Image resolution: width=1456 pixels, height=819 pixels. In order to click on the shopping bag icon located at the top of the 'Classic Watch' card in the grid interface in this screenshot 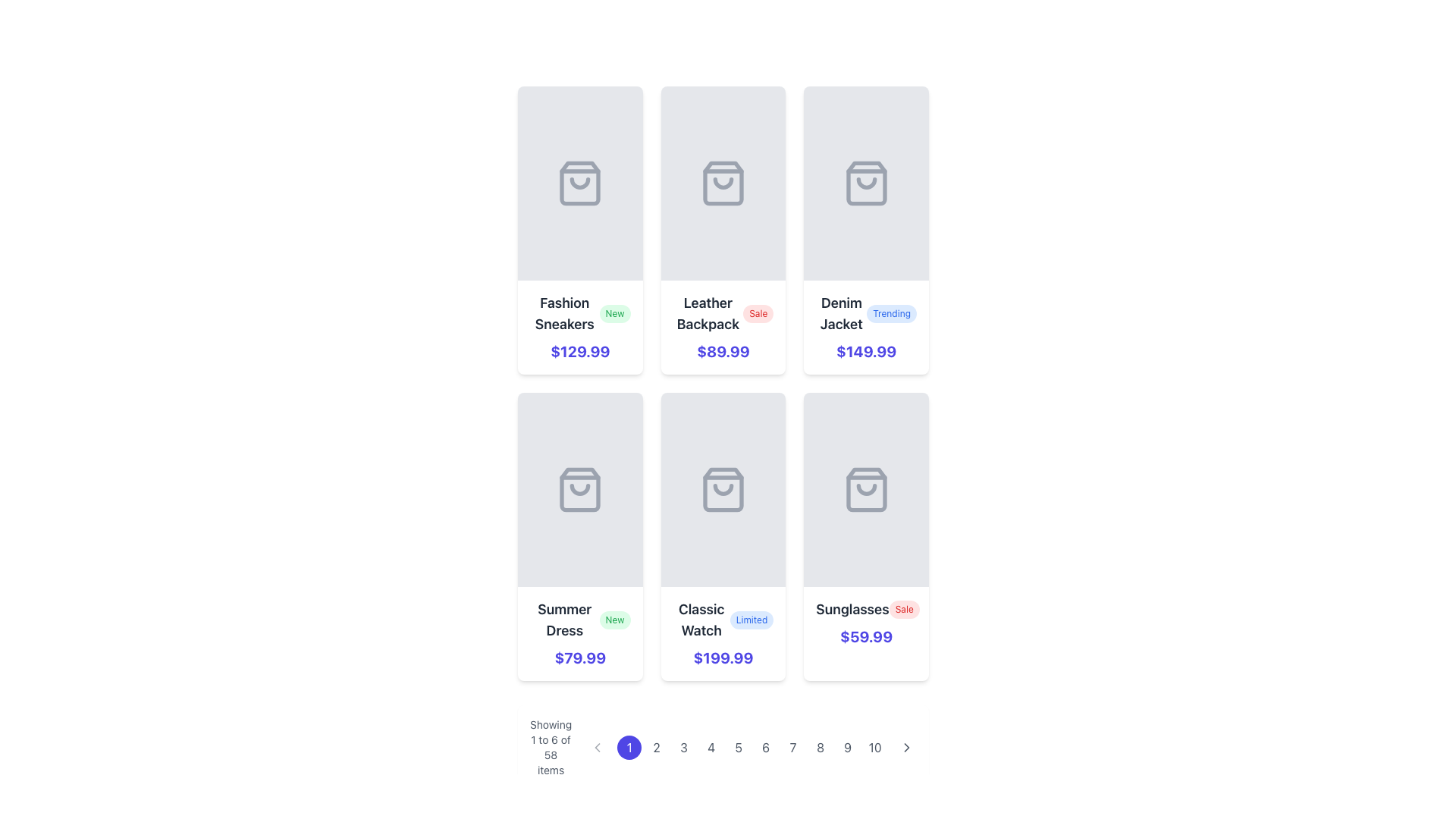, I will do `click(723, 489)`.